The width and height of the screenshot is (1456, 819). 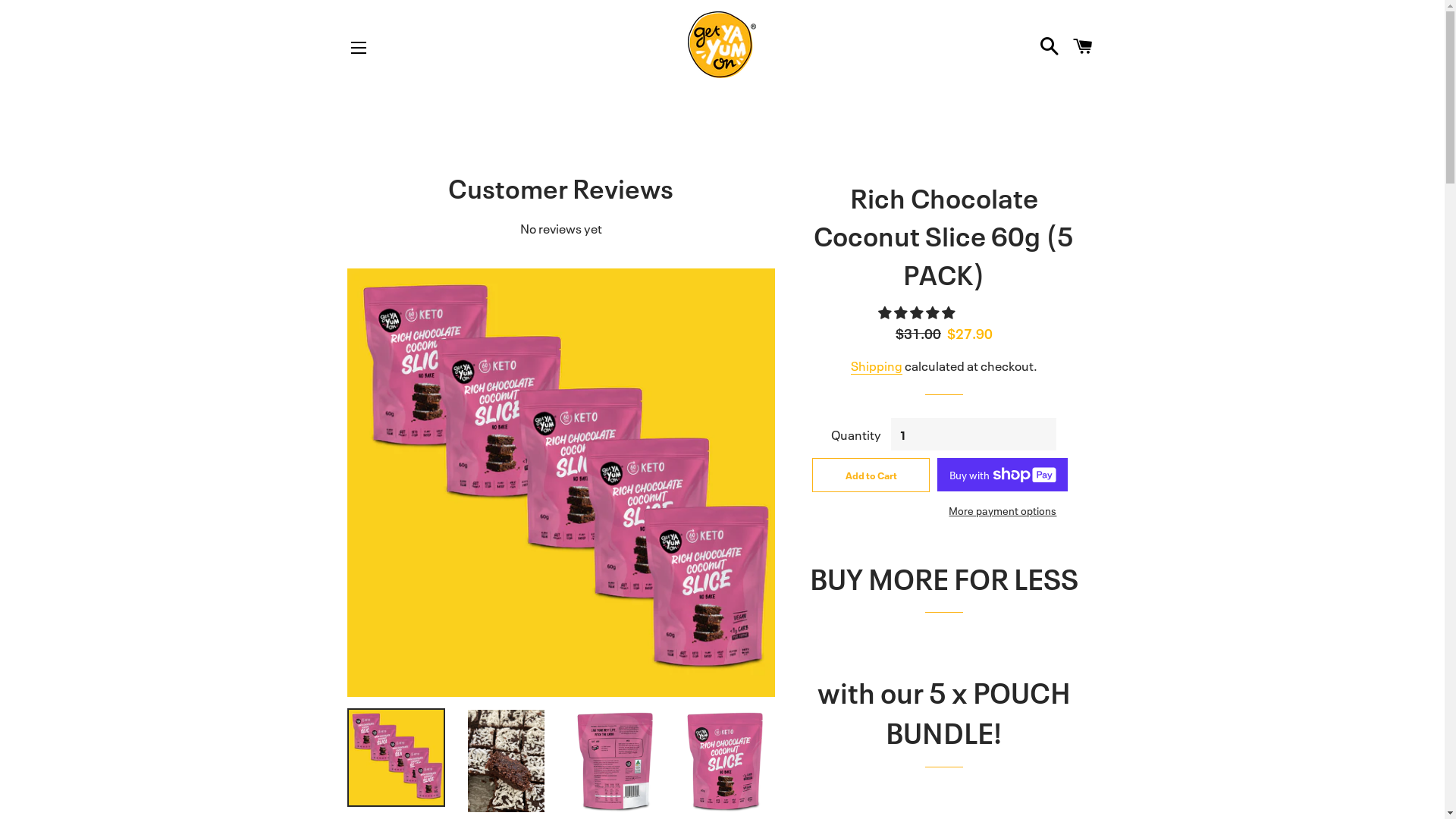 I want to click on 'Cart', so click(x=1065, y=43).